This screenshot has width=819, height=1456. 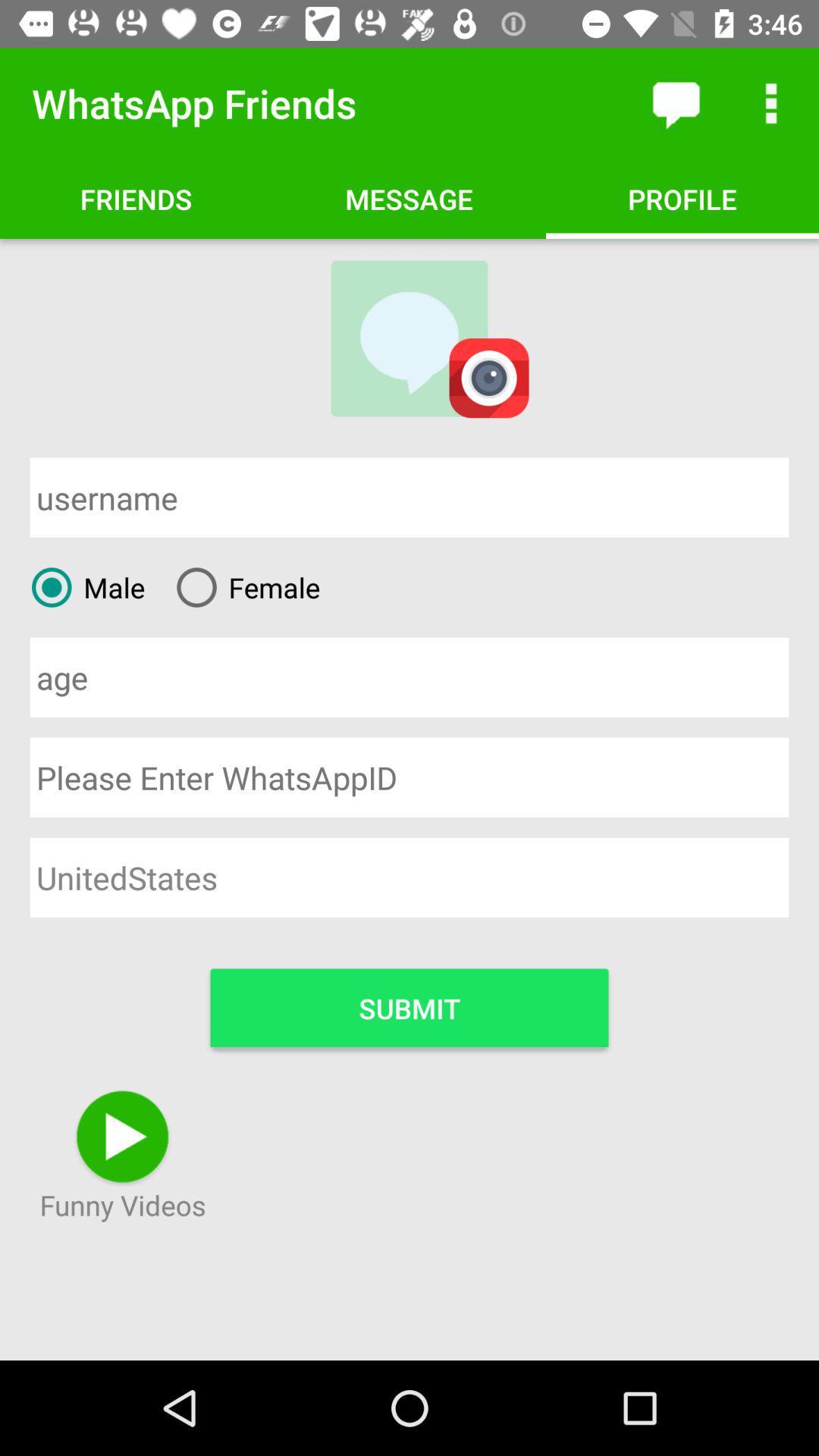 I want to click on the male icon, so click(x=82, y=586).